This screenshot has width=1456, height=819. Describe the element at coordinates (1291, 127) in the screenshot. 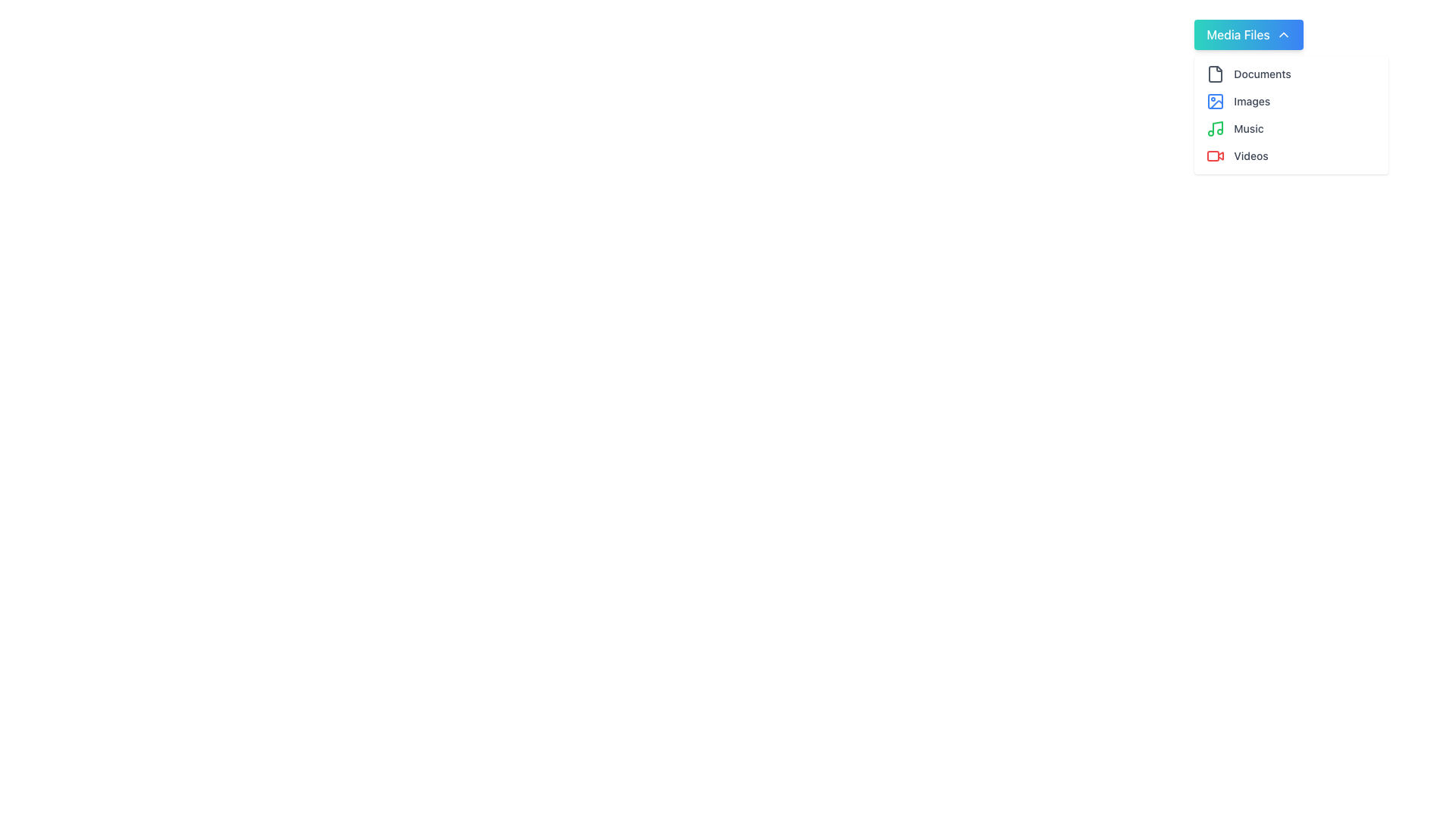

I see `the 'Music' category list item, which is the third item in the 'Media Files' dropdown list, used for navigating to or filtering music files` at that location.